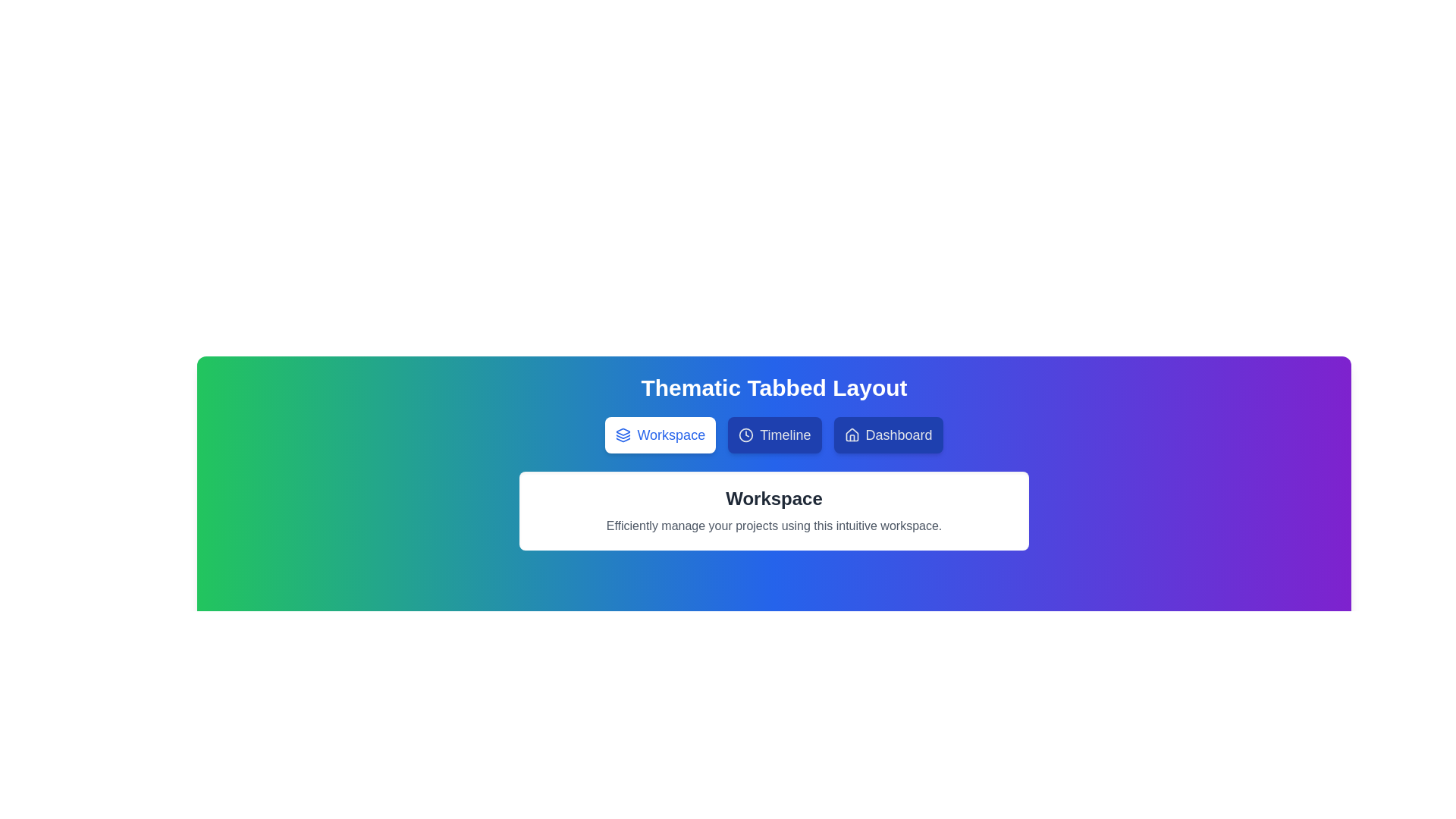  What do you see at coordinates (774, 435) in the screenshot?
I see `the 'Timeline' navigation button to trigger a visual change` at bounding box center [774, 435].